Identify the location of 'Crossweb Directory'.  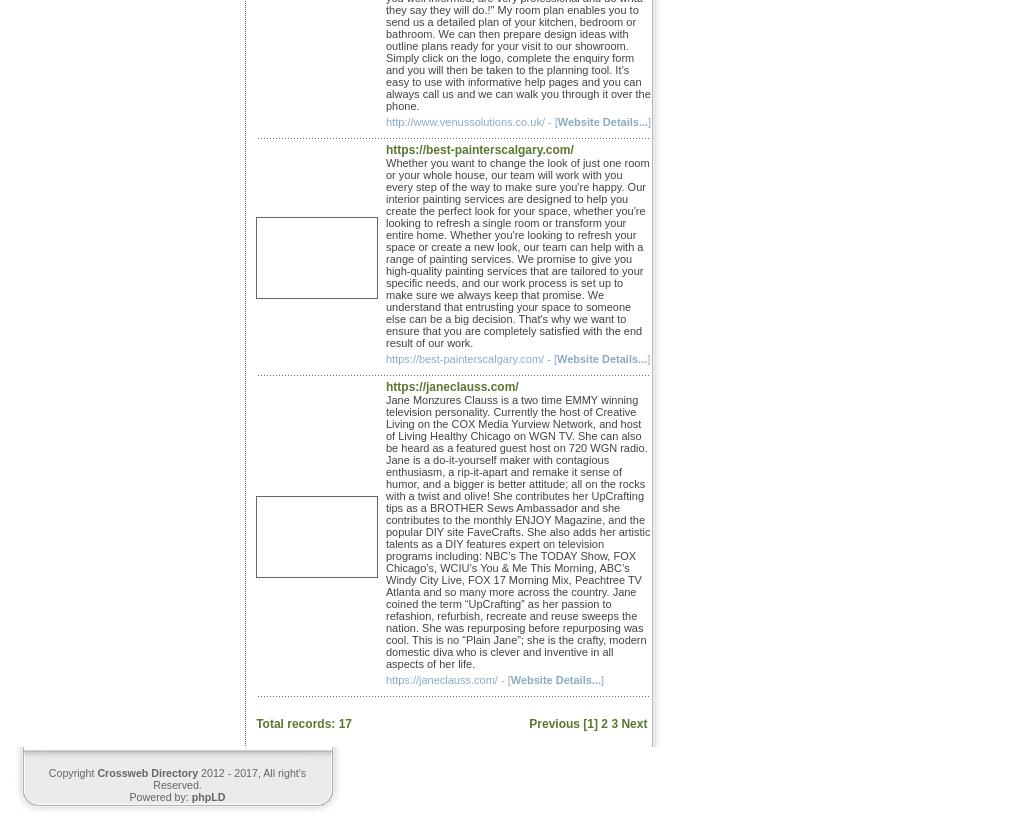
(146, 771).